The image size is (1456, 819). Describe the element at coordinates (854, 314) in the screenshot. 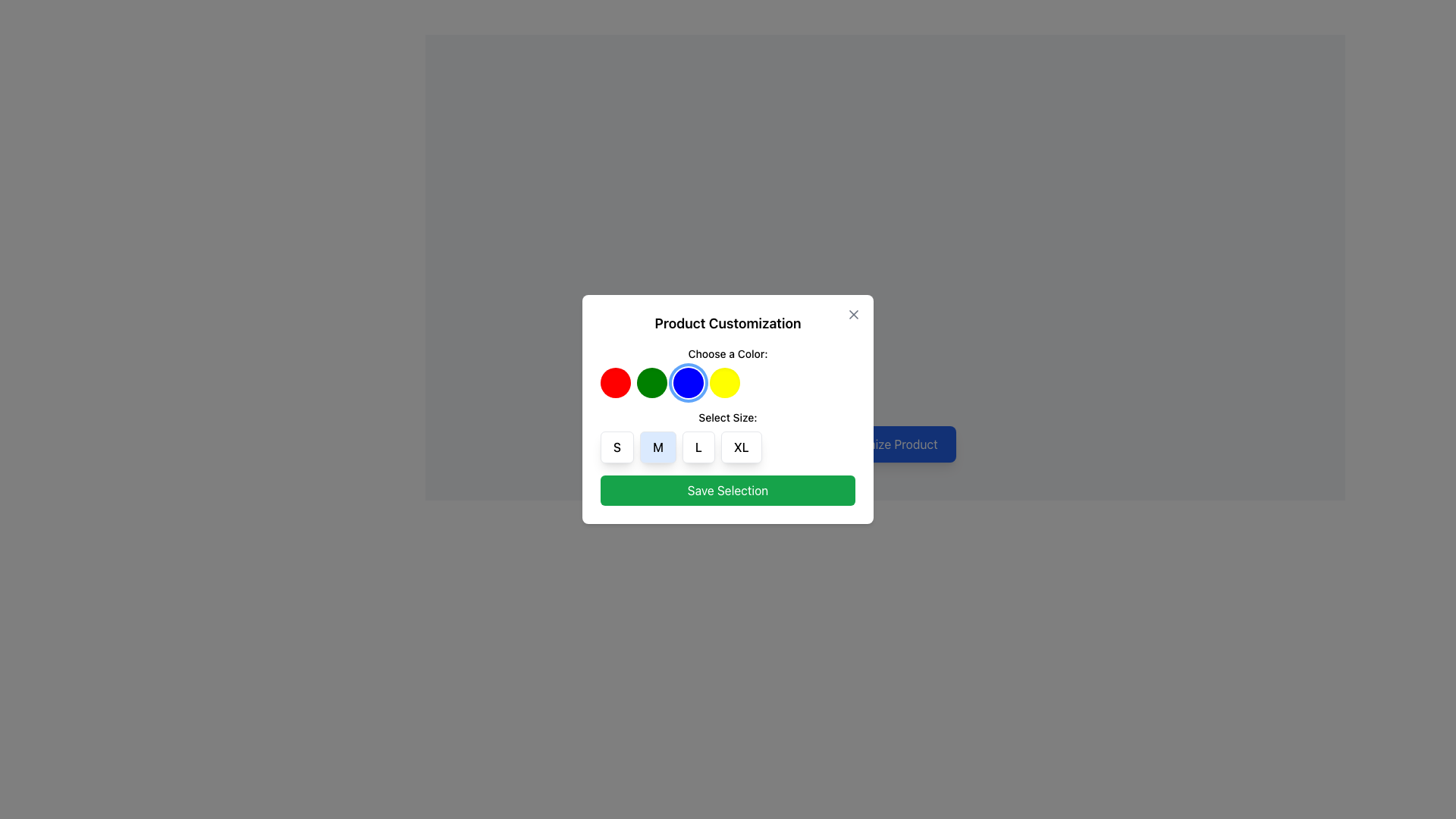

I see `the close button located at the top-right corner of the modal to observe the color change to red` at that location.